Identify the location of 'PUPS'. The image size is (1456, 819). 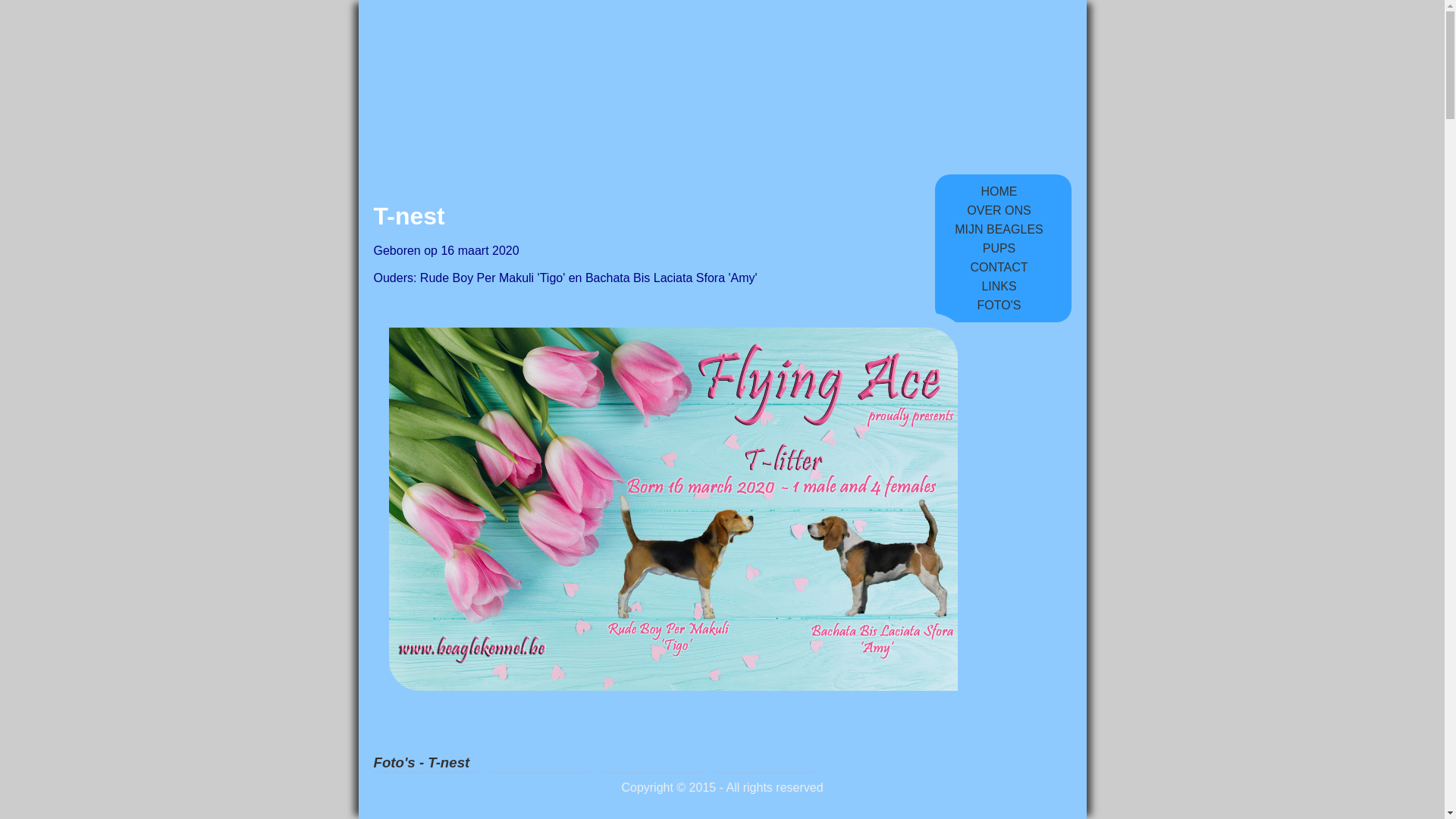
(998, 247).